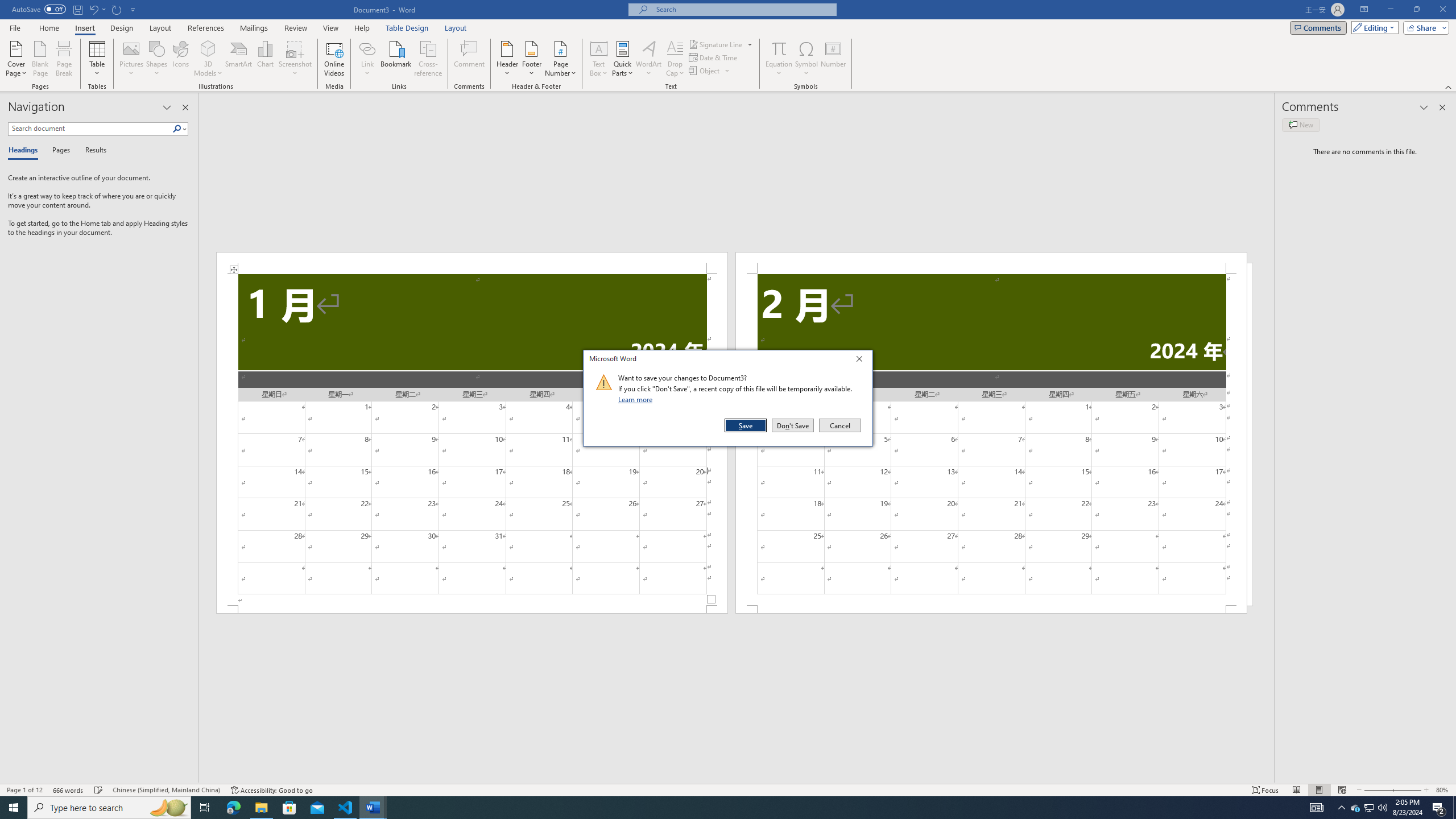 Image resolution: width=1456 pixels, height=819 pixels. Describe the element at coordinates (721, 44) in the screenshot. I see `'Signature Line'` at that location.